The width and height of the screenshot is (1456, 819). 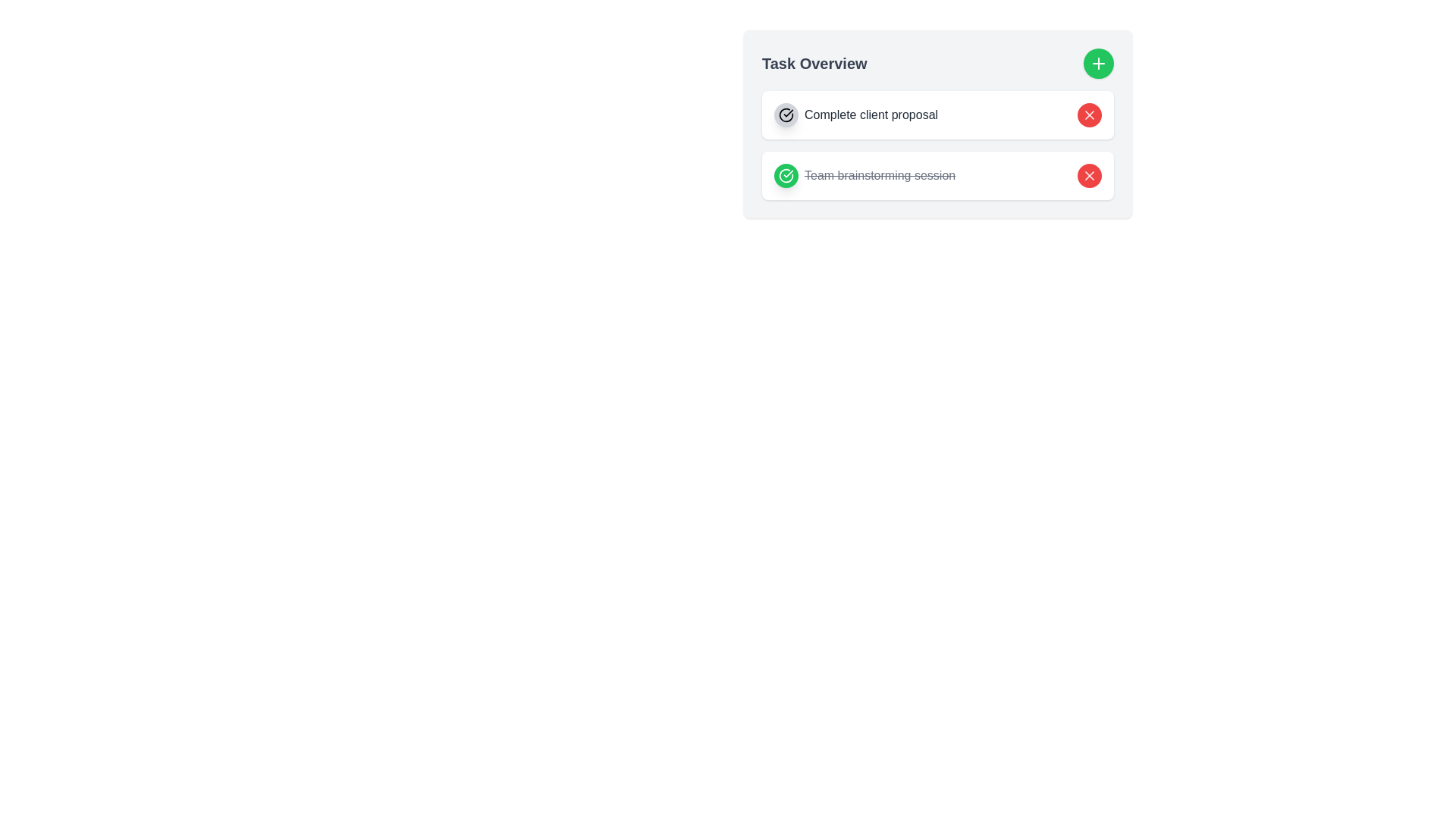 What do you see at coordinates (880, 174) in the screenshot?
I see `text label that says 'Team brainstorming session', which is styled with a strikethrough and located in the second task item of the task list interface` at bounding box center [880, 174].